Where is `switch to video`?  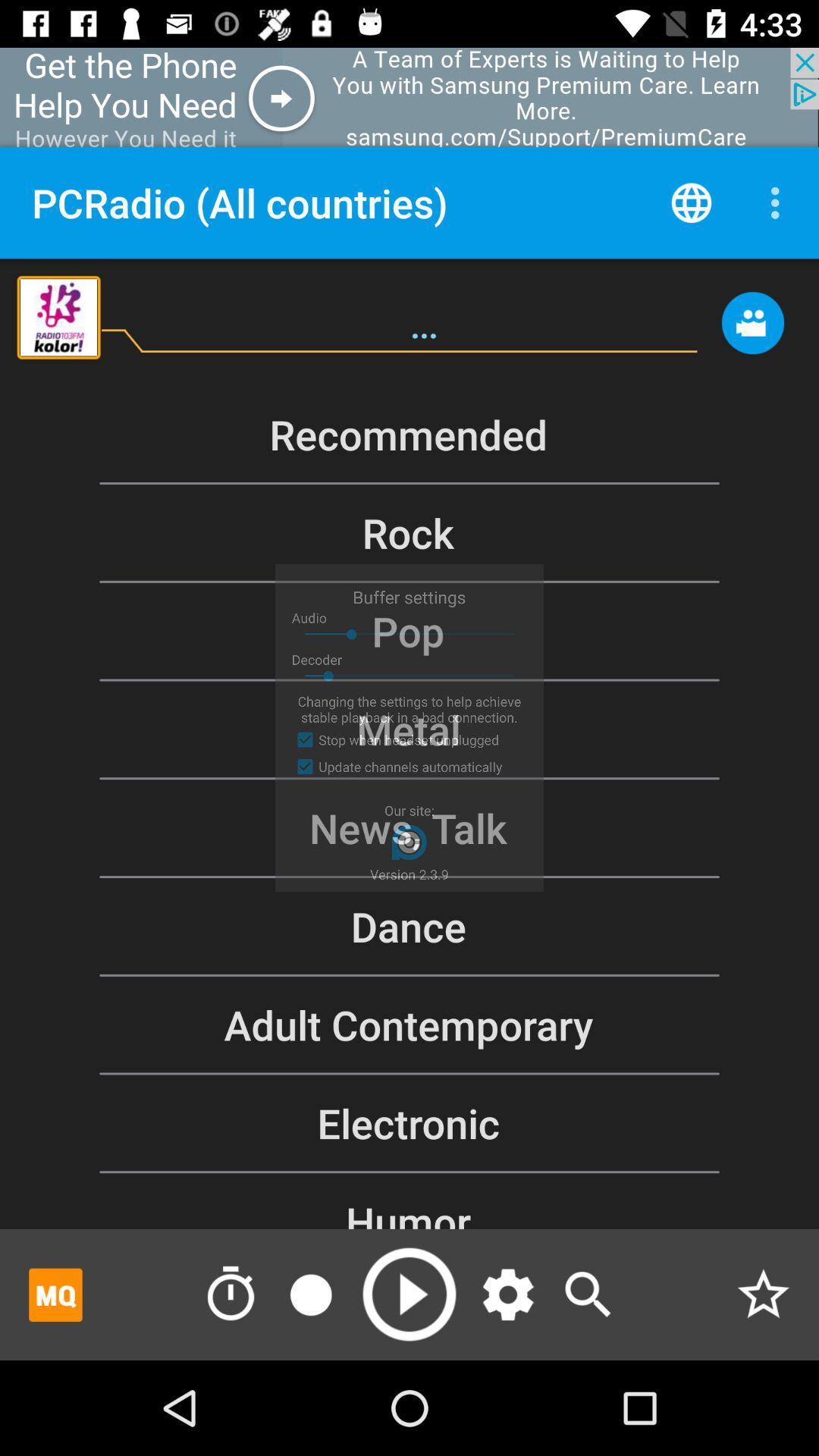
switch to video is located at coordinates (752, 329).